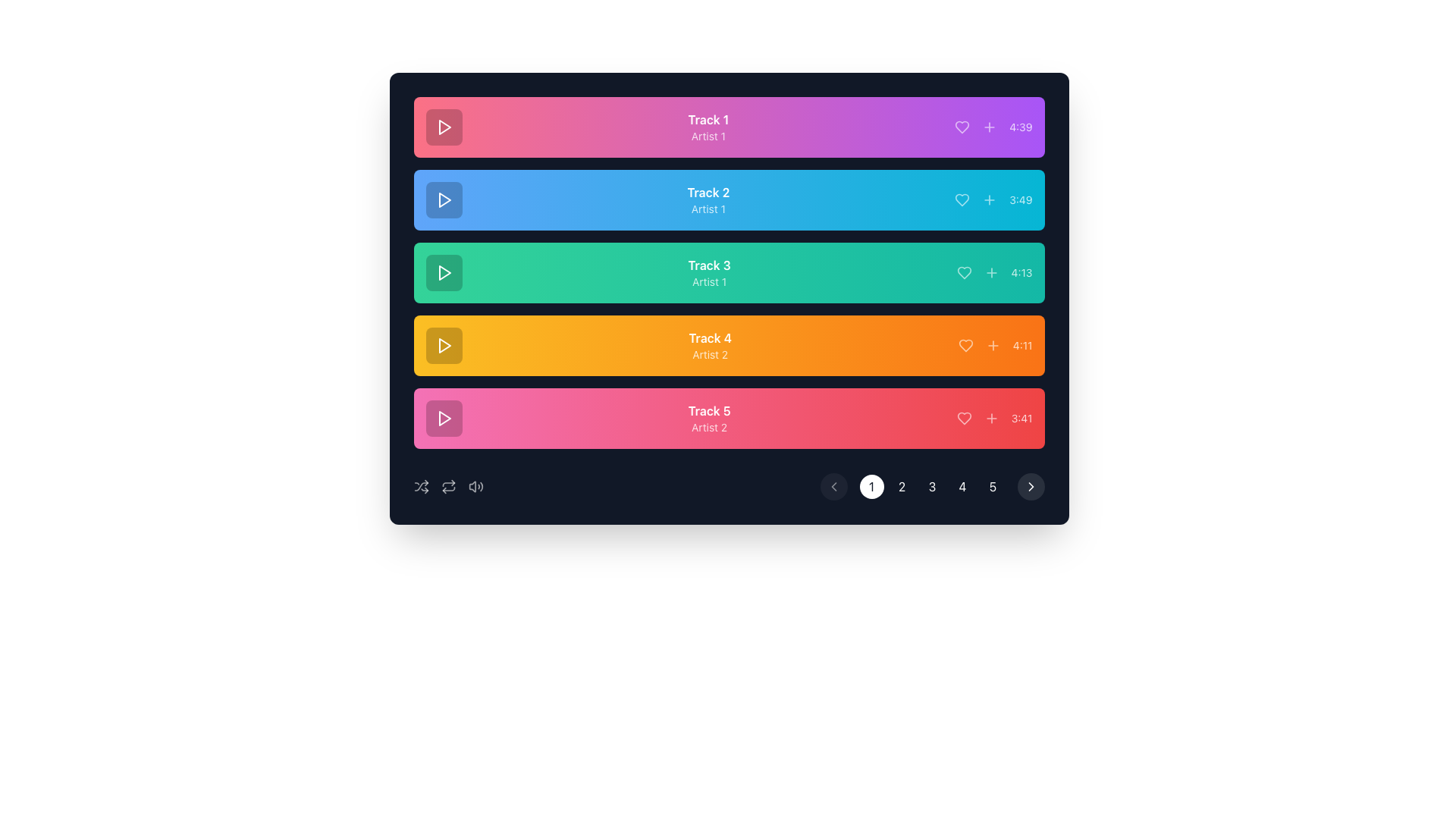 This screenshot has width=1456, height=819. Describe the element at coordinates (709, 345) in the screenshot. I see `displayed information for the text label representing 'Track 4' by 'Artist 2' in the playlist` at that location.